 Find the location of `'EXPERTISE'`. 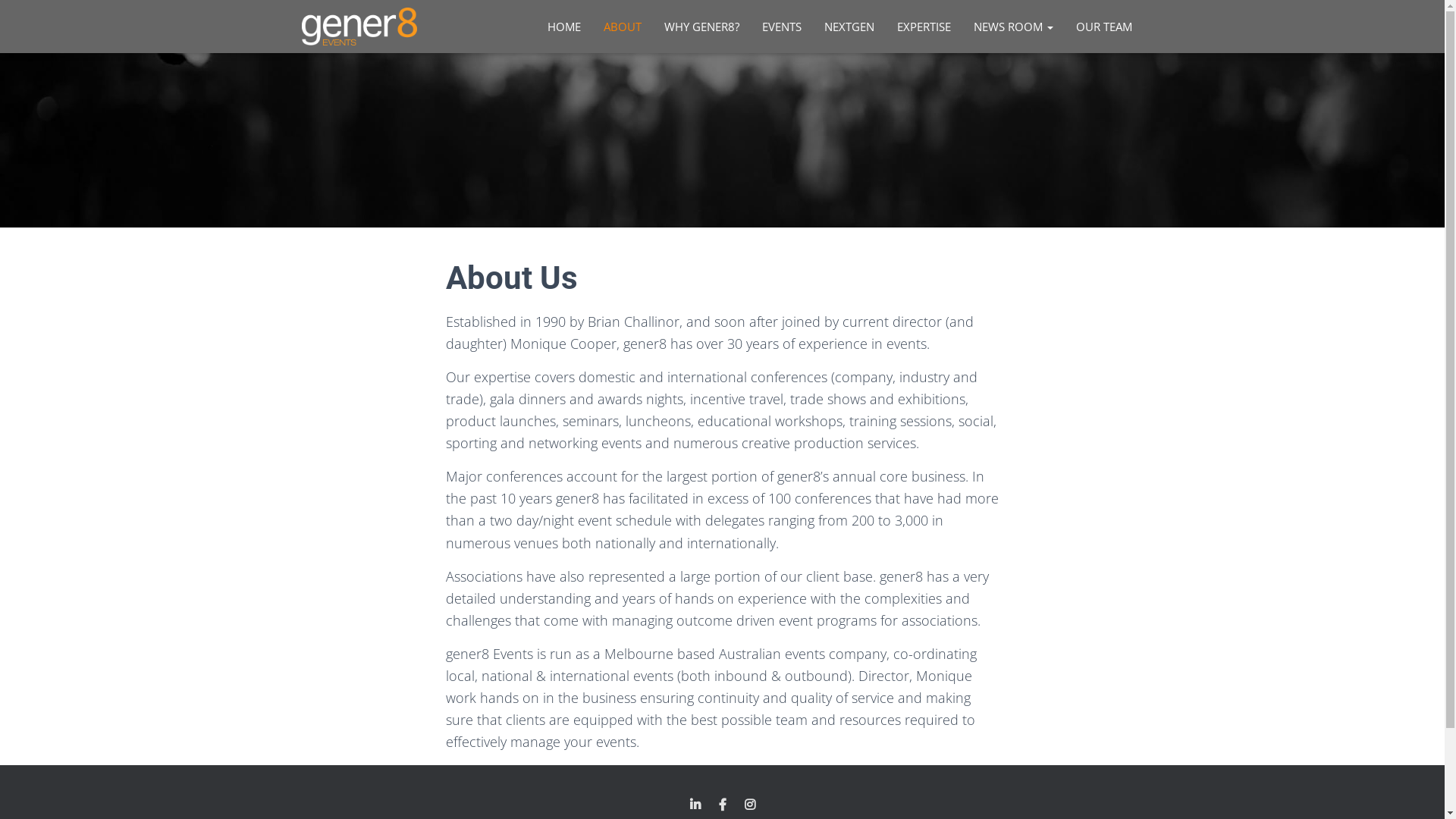

'EXPERTISE' is located at coordinates (923, 26).